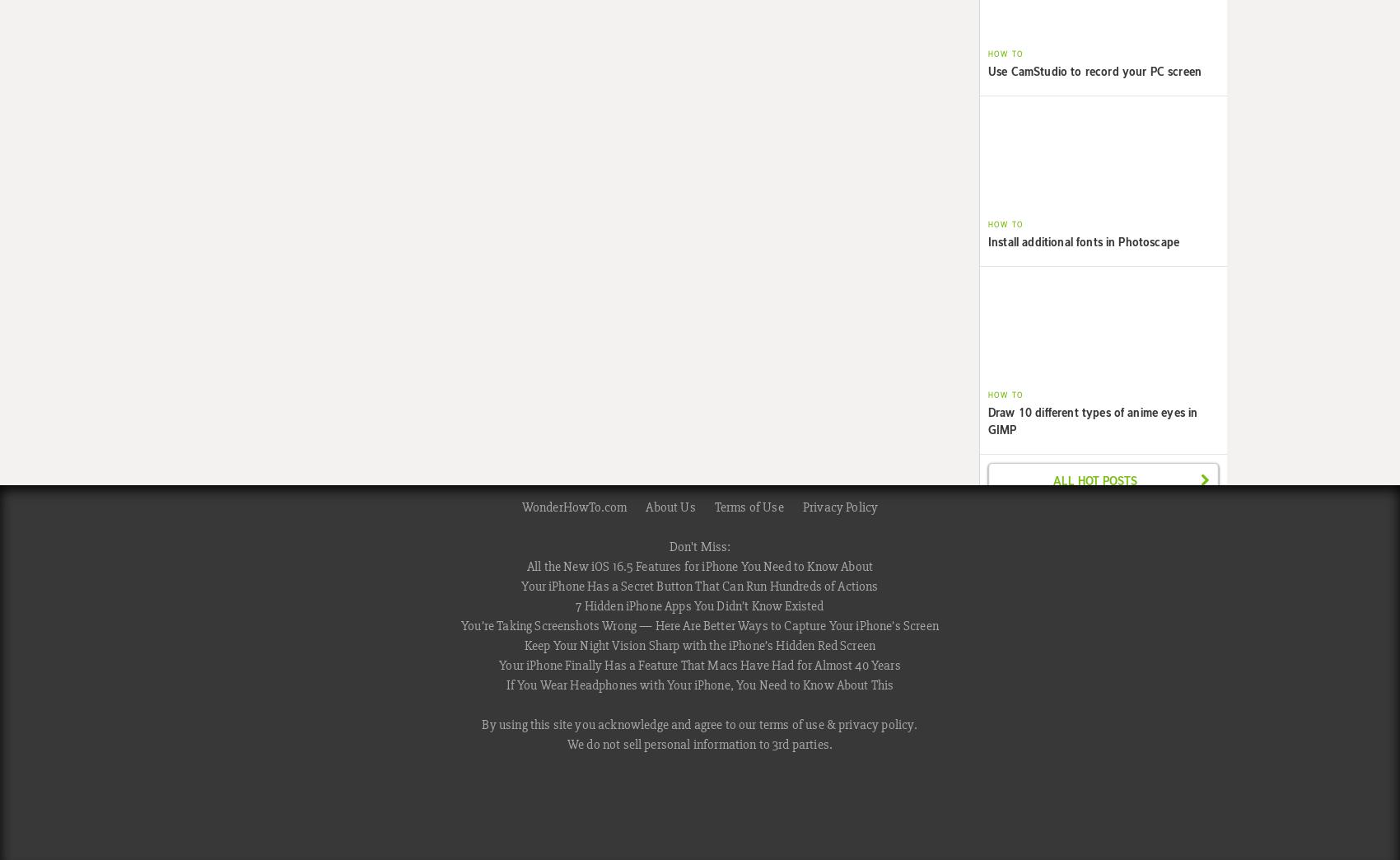 Image resolution: width=1400 pixels, height=860 pixels. Describe the element at coordinates (669, 507) in the screenshot. I see `'About Us'` at that location.